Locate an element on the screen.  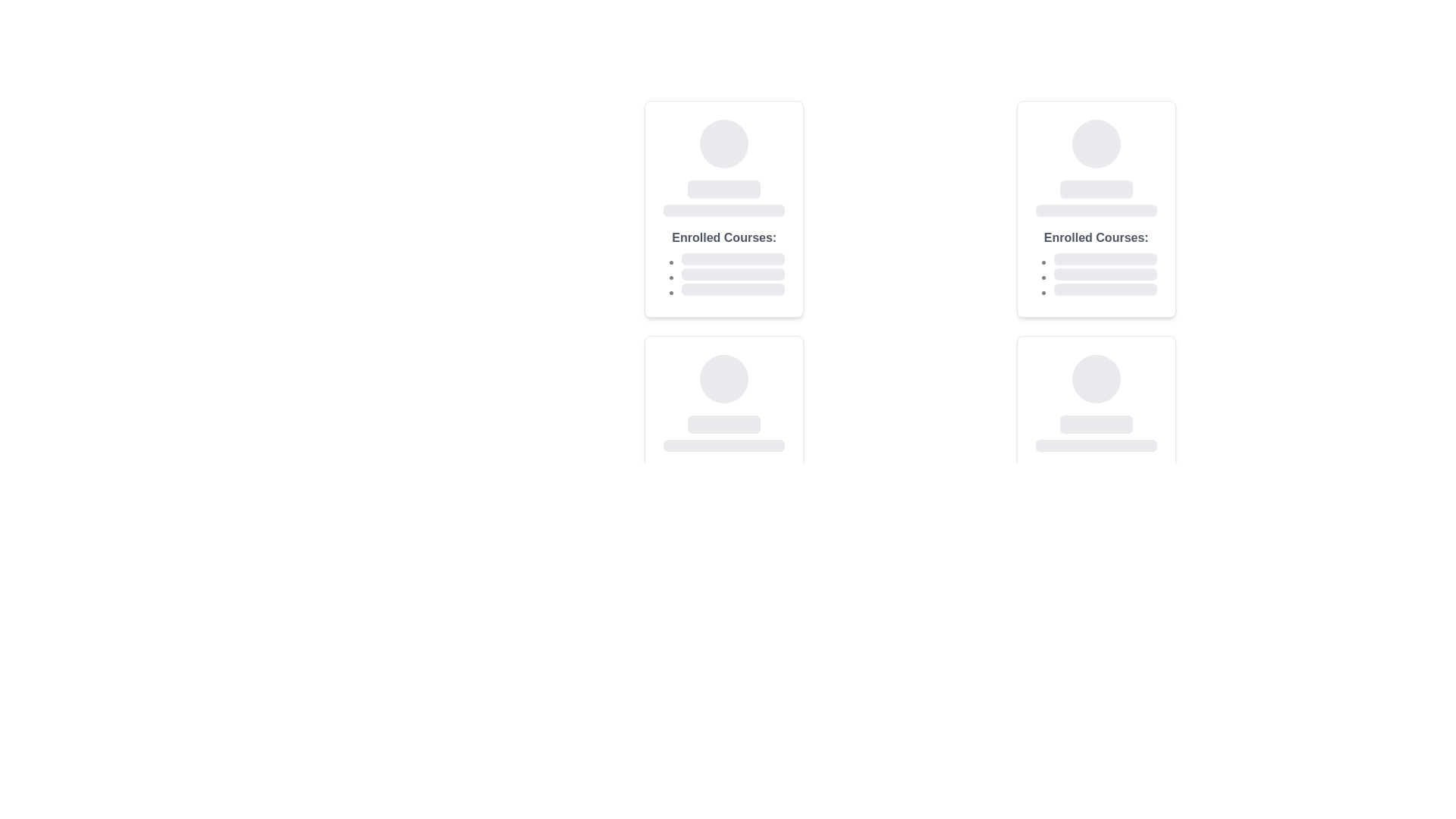
the circular loading indicator located at the bottom-center of the lower-left card, which has a gray background and smooth rounded appearance is located at coordinates (723, 378).